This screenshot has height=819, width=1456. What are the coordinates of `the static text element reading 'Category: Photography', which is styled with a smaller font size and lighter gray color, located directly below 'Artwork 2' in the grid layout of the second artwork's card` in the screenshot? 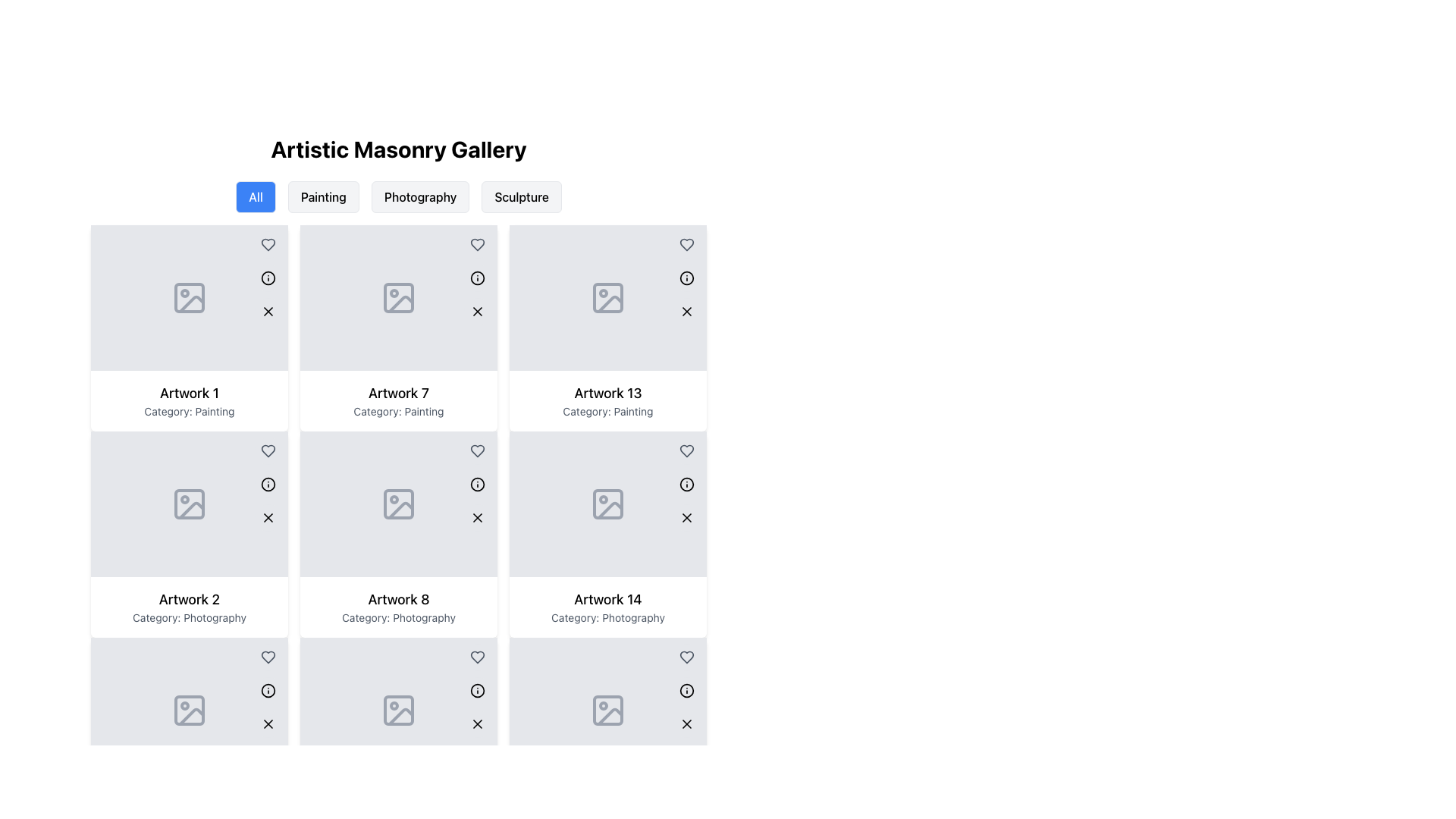 It's located at (188, 617).